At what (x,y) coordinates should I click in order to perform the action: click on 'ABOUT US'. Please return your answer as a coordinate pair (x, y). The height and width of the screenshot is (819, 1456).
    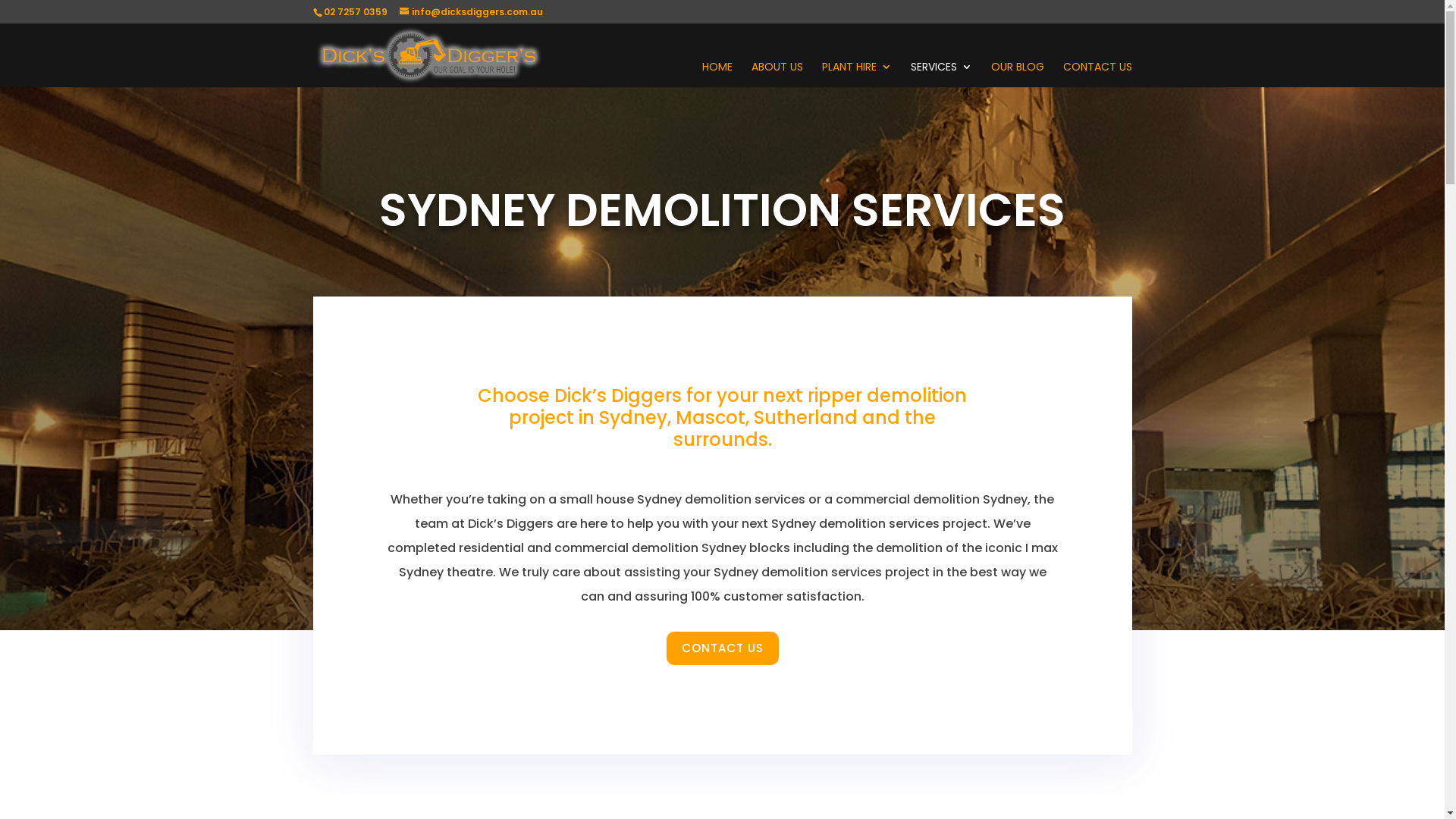
    Looking at the image, I should click on (776, 74).